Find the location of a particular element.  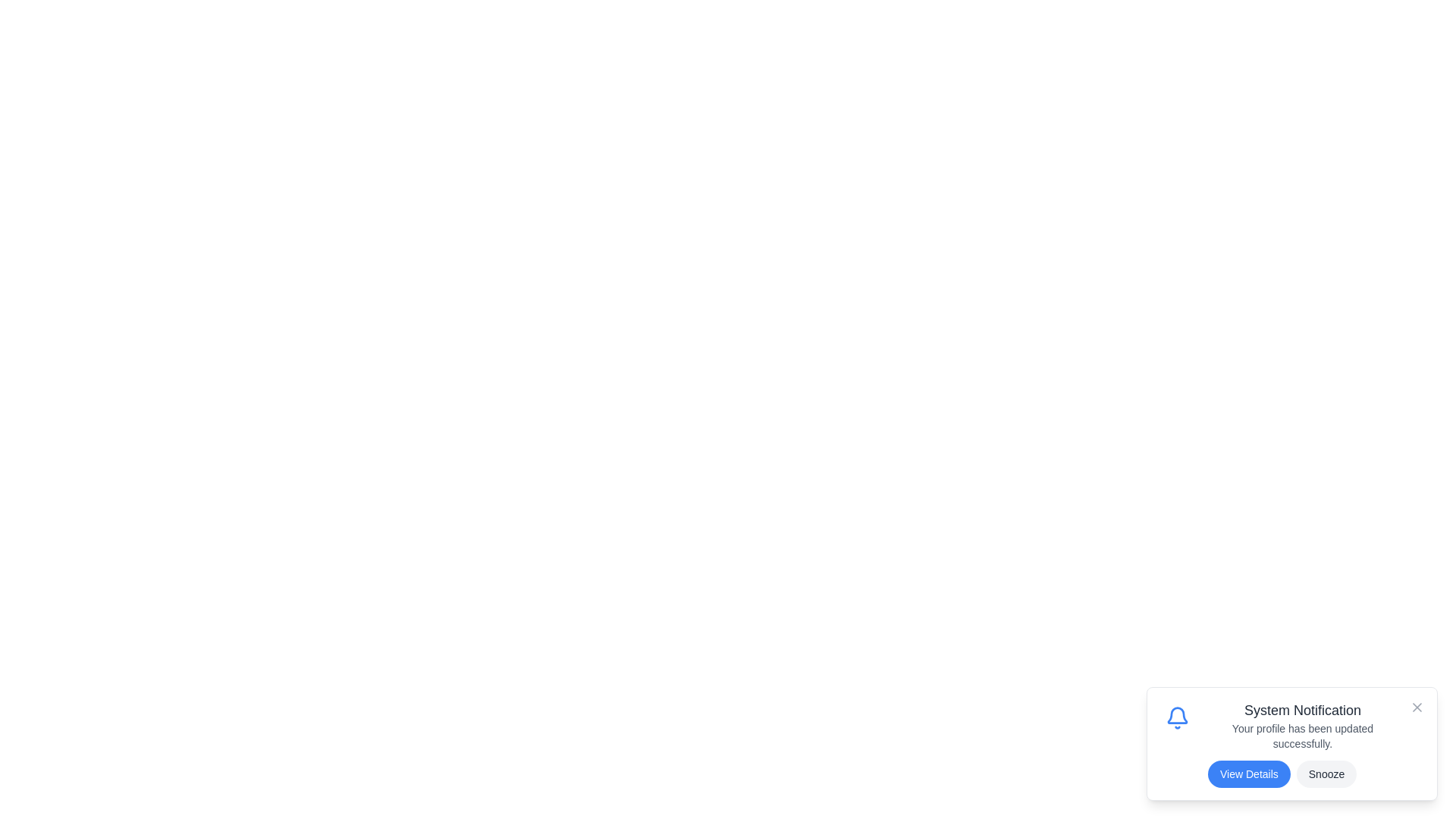

message 'Your profile has been updated successfully.' displayed in medium-sized gray font below the title 'System Notification' in the notification card is located at coordinates (1302, 736).